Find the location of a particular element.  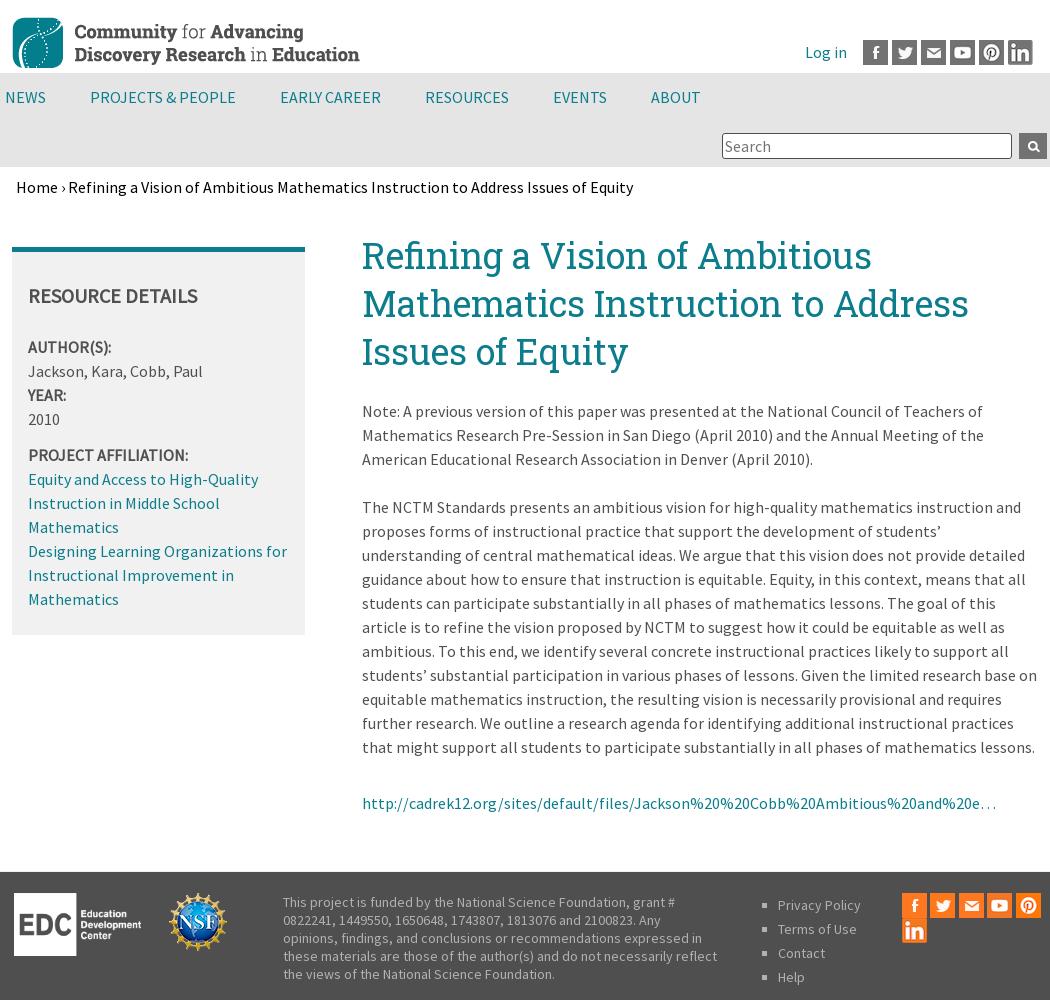

'This project is funded by the National Science Foundation, grant # 0822241, 1449550, 1650648, 1743807, 1813076 and 2100823. Any opinions, findings, and conclusions or recommendations expressed in these materials are those of the author(s) and do not necessarily reflect the views of the National Science Foundation.' is located at coordinates (499, 938).